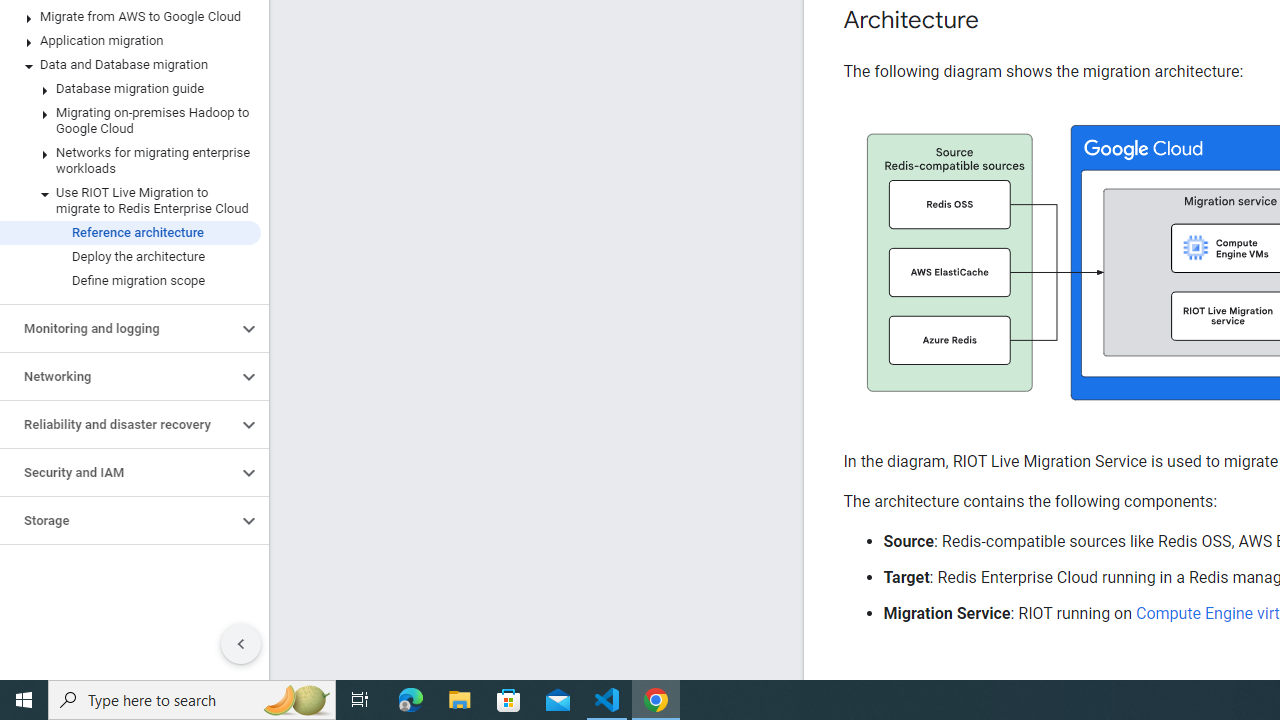 The image size is (1280, 720). I want to click on 'Networking', so click(117, 376).